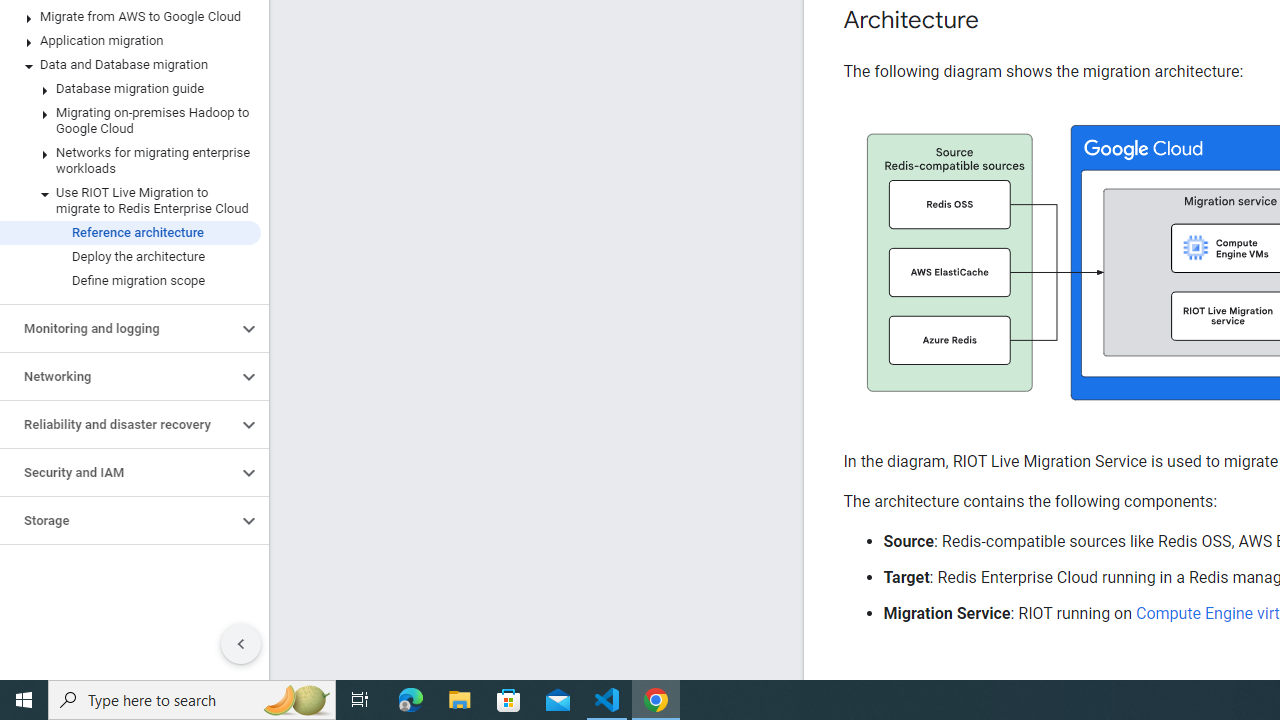 The image size is (1280, 720). I want to click on 'Networking', so click(117, 376).